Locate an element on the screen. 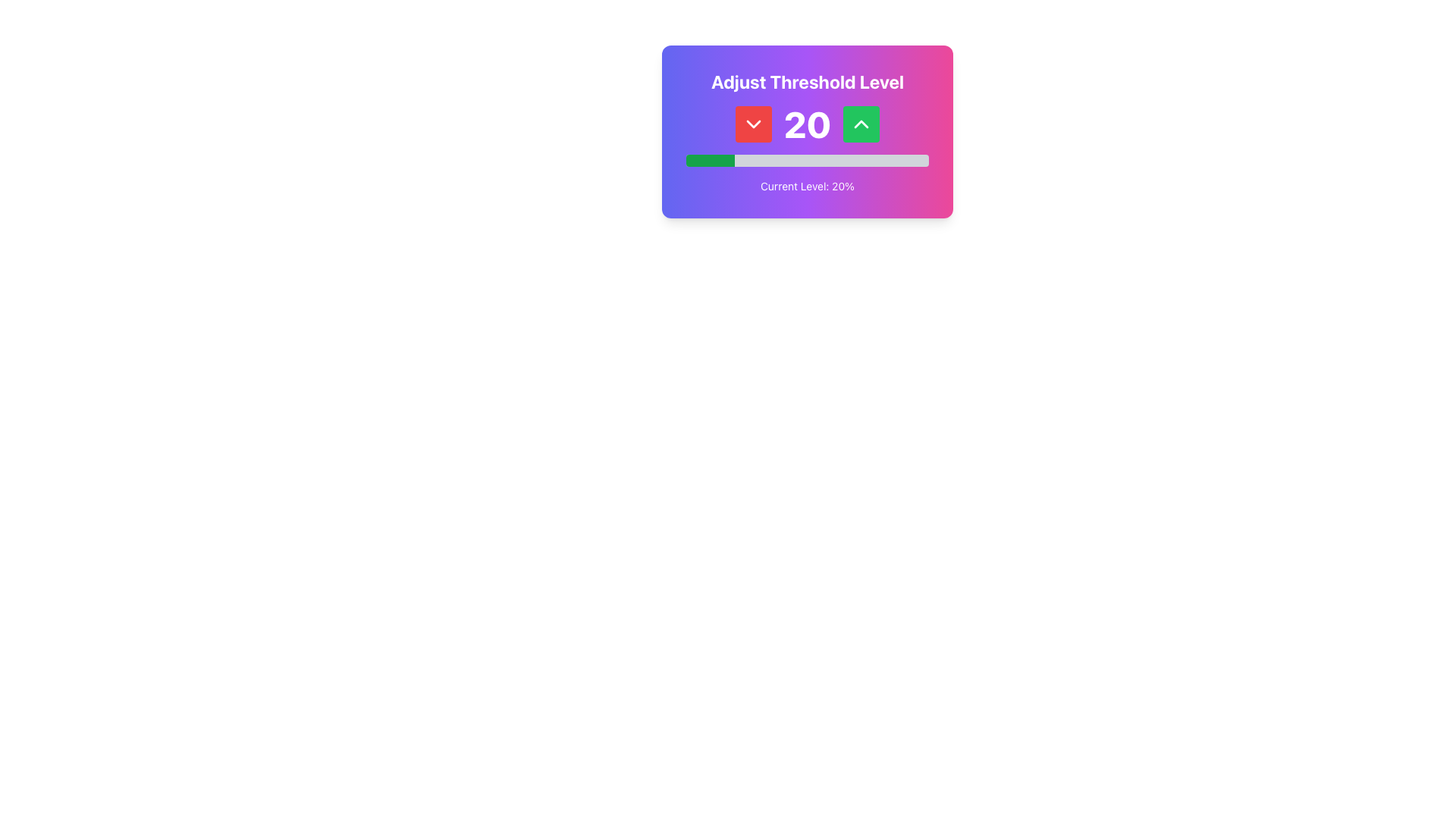 This screenshot has width=1456, height=819. the large-sized text displaying the number '20' in bold white font, which is centrally positioned within a gradient background box is located at coordinates (807, 124).